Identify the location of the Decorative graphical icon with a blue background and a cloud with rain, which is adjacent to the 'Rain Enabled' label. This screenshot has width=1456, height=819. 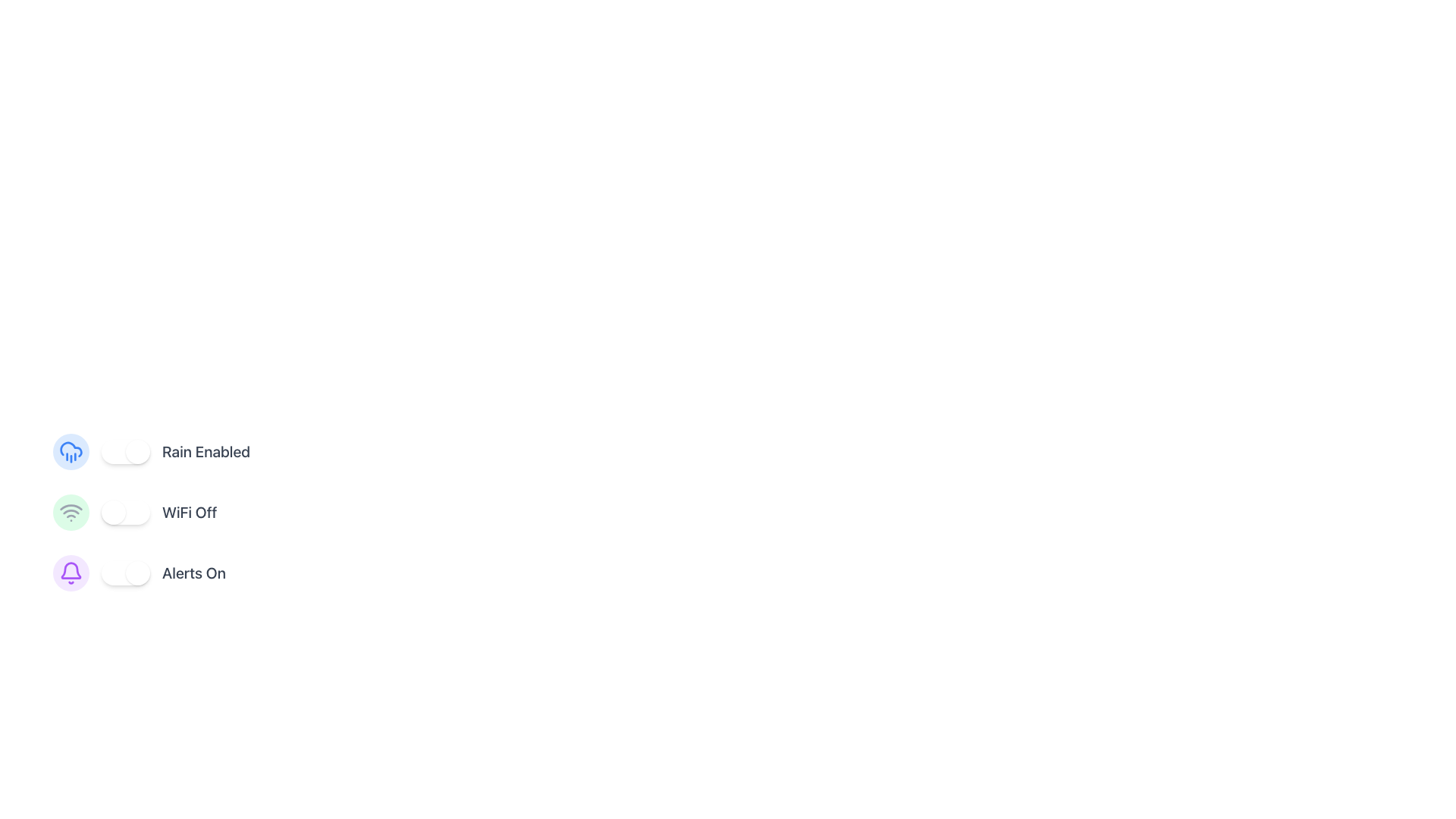
(71, 451).